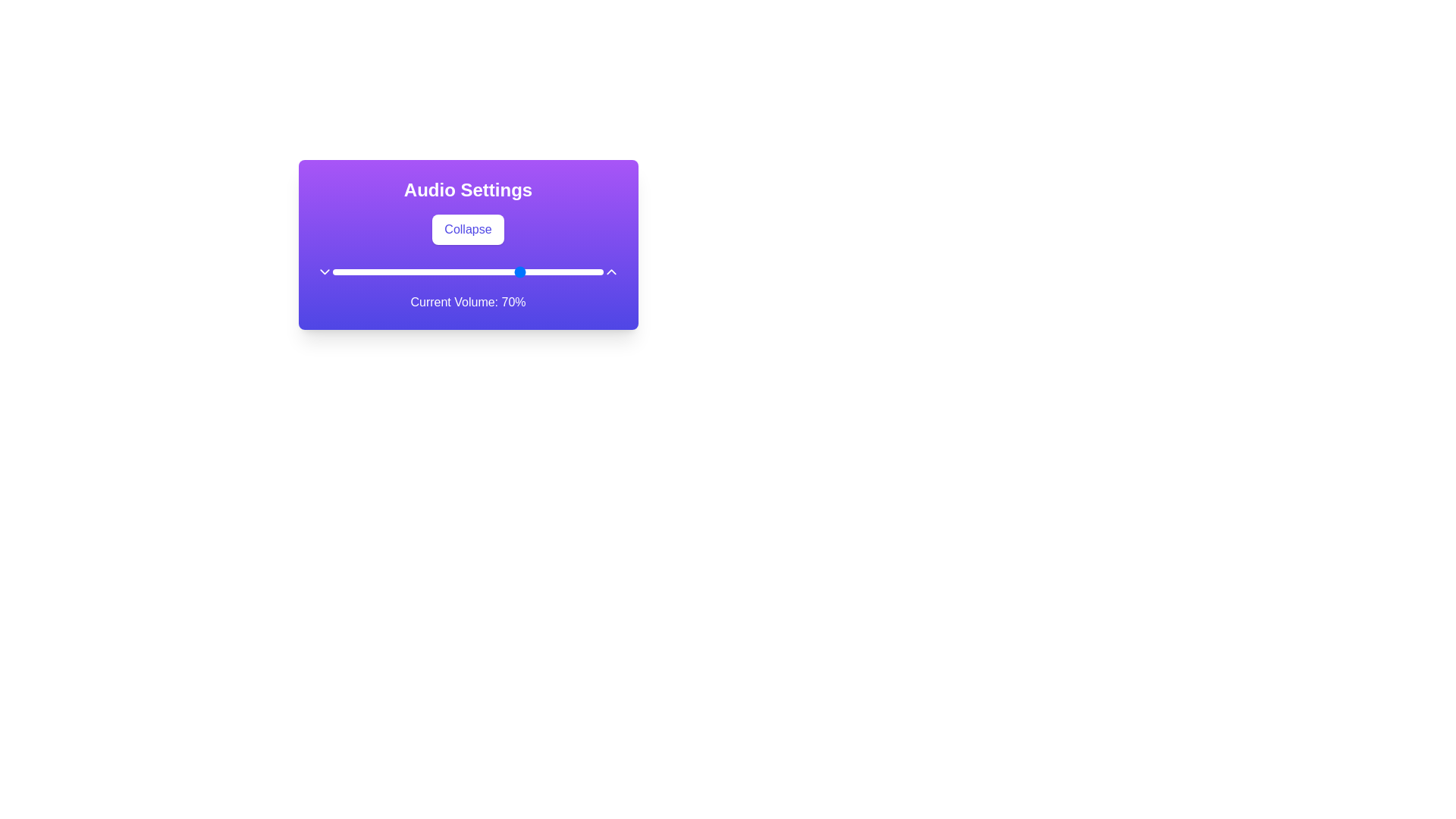  I want to click on the 'Collapse' button to toggle the panel's expanded state, so click(467, 230).